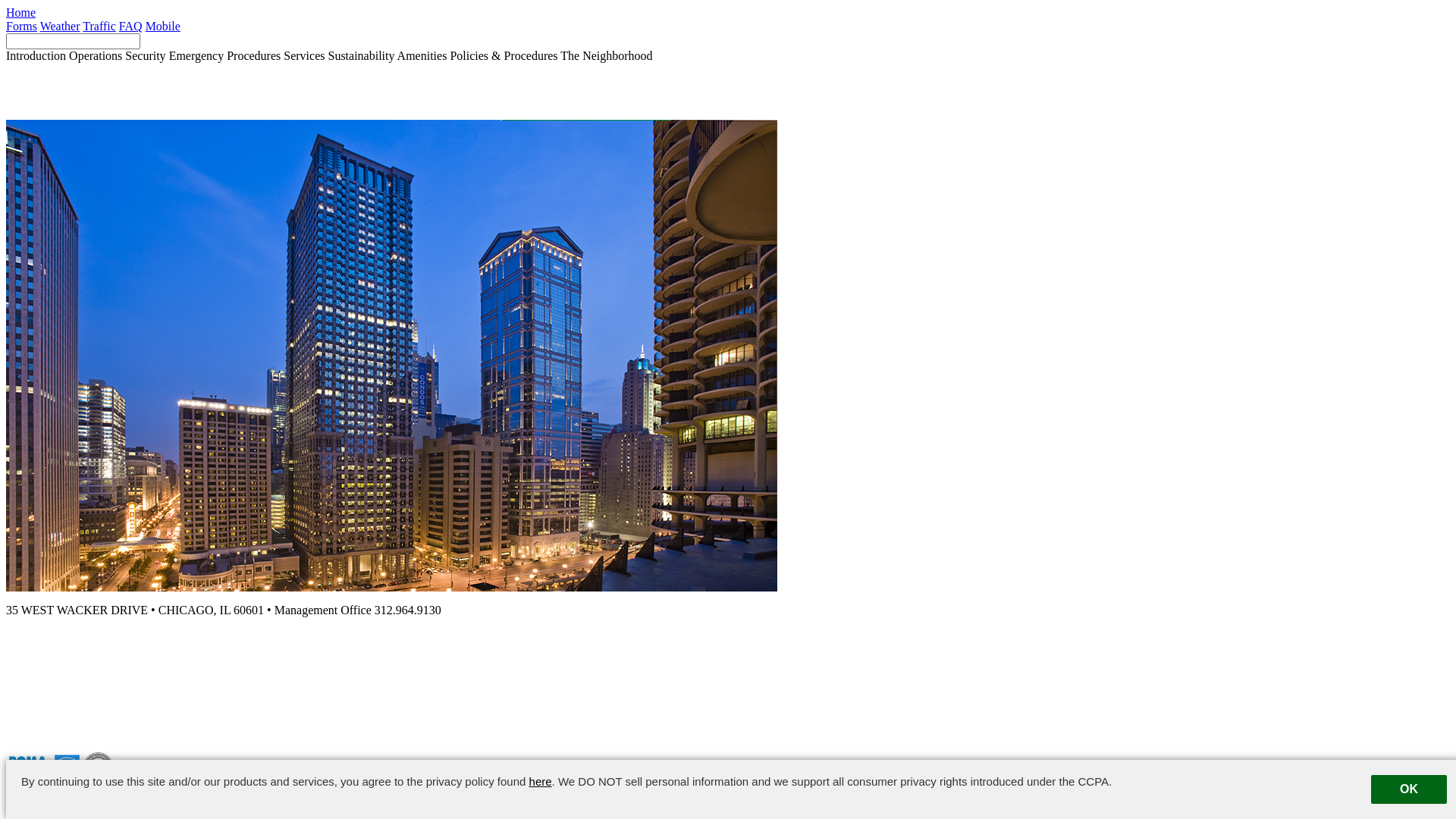 Image resolution: width=1456 pixels, height=819 pixels. Describe the element at coordinates (82, 26) in the screenshot. I see `'Traffic'` at that location.